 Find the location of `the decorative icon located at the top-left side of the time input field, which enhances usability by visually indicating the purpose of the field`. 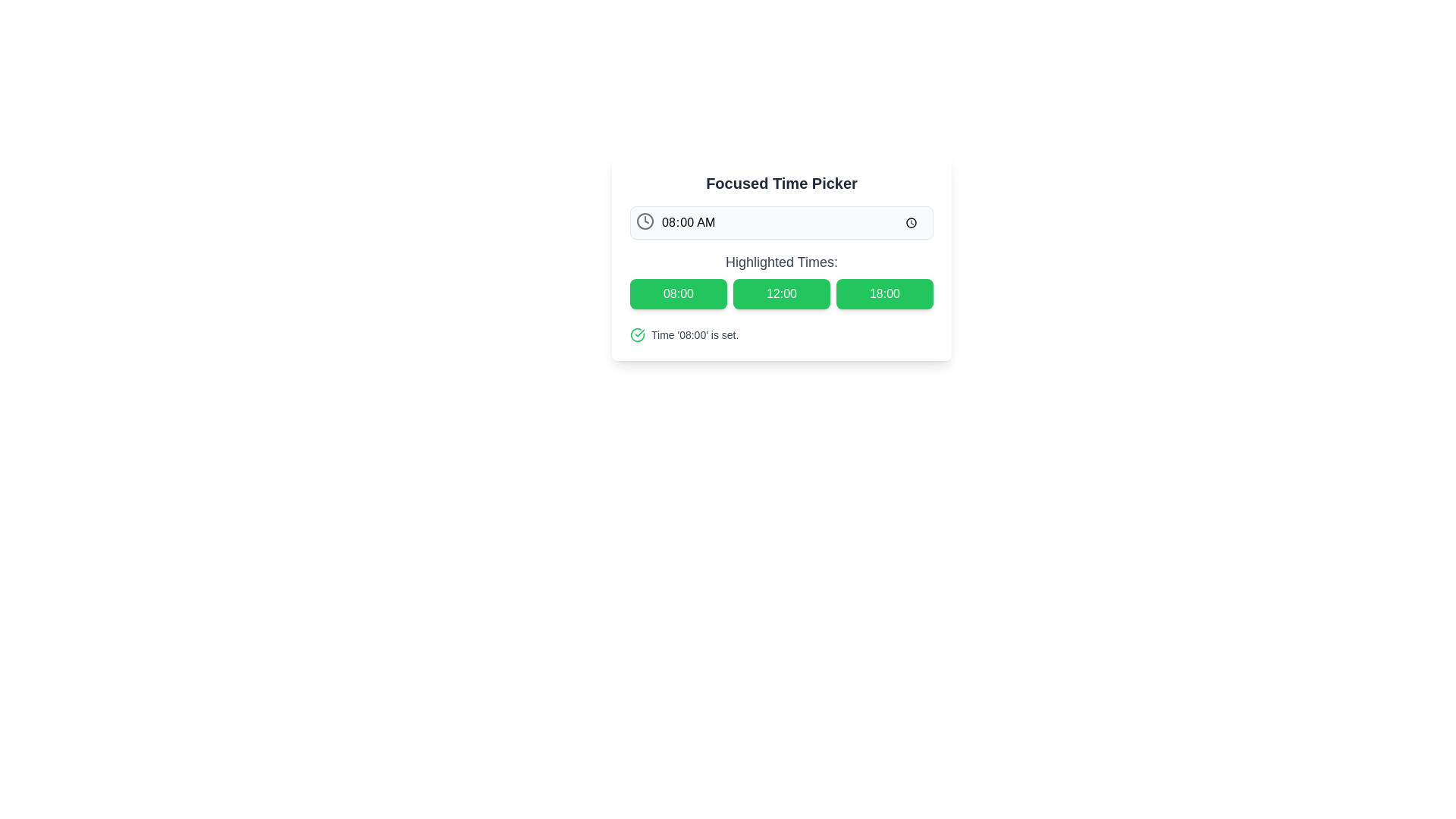

the decorative icon located at the top-left side of the time input field, which enhances usability by visually indicating the purpose of the field is located at coordinates (645, 221).